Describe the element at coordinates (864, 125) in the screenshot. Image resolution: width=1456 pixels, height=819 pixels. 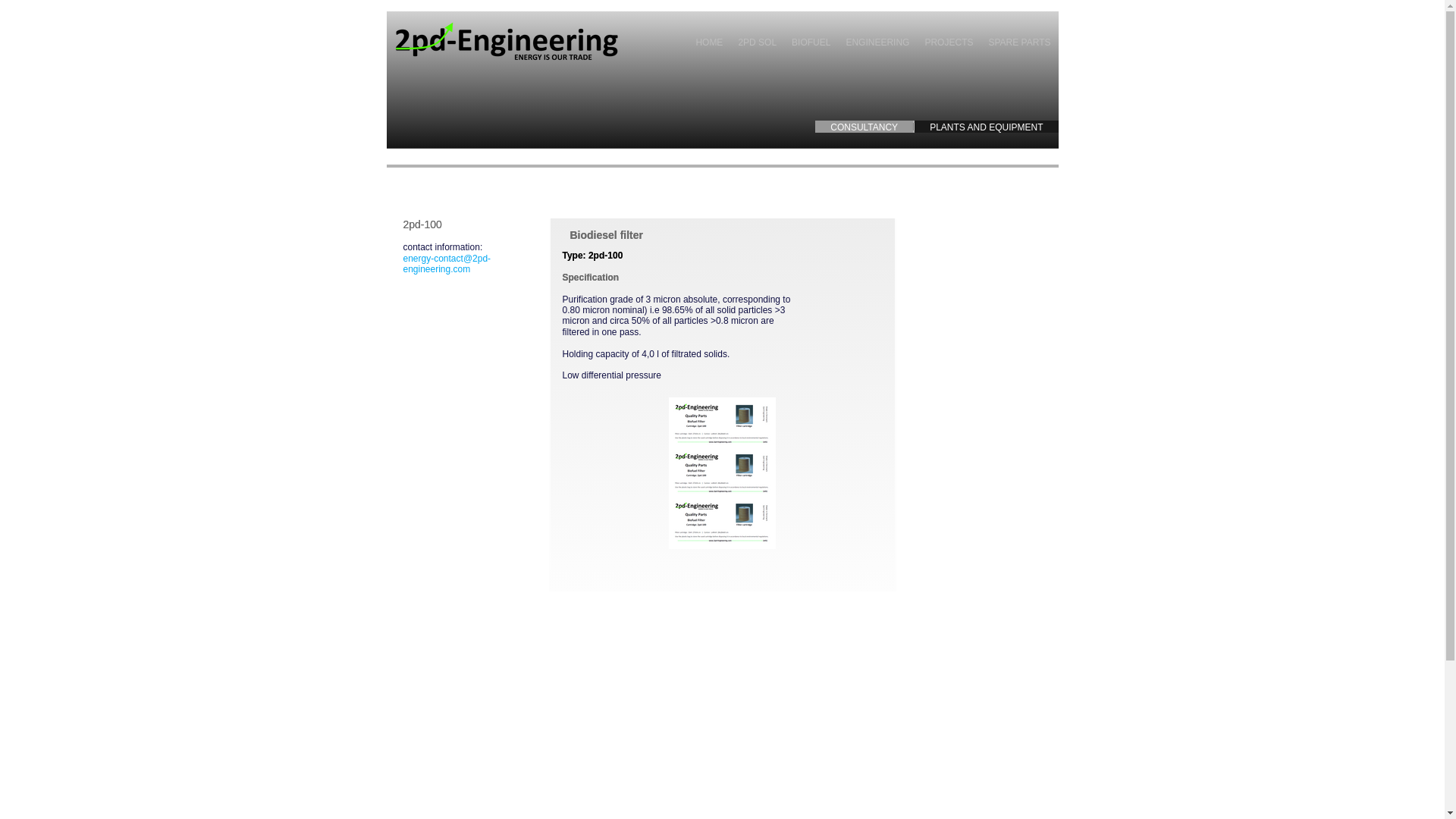
I see `'CONSULTANCY'` at that location.